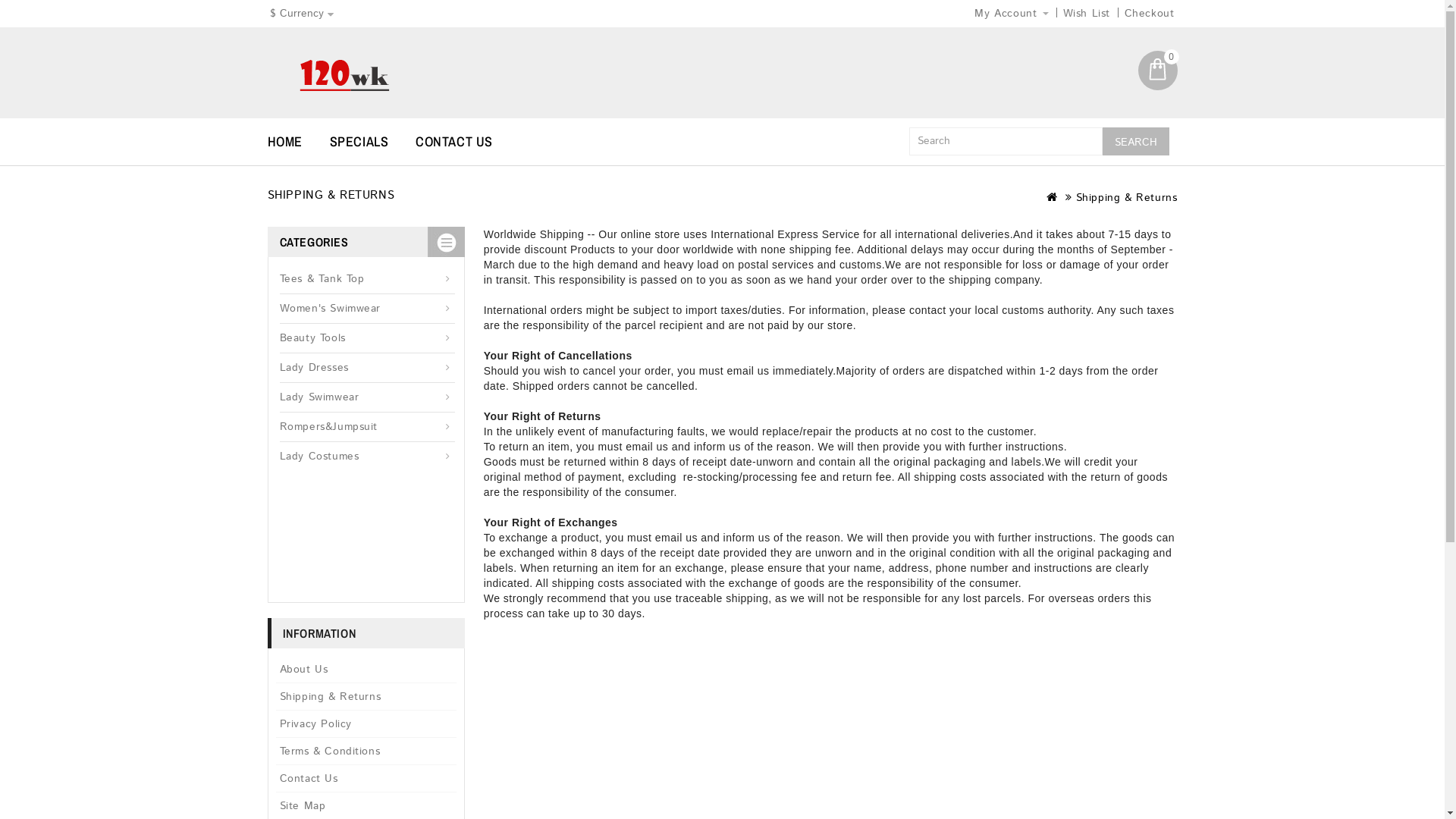 This screenshot has width=1456, height=819. I want to click on '0', so click(1156, 70).